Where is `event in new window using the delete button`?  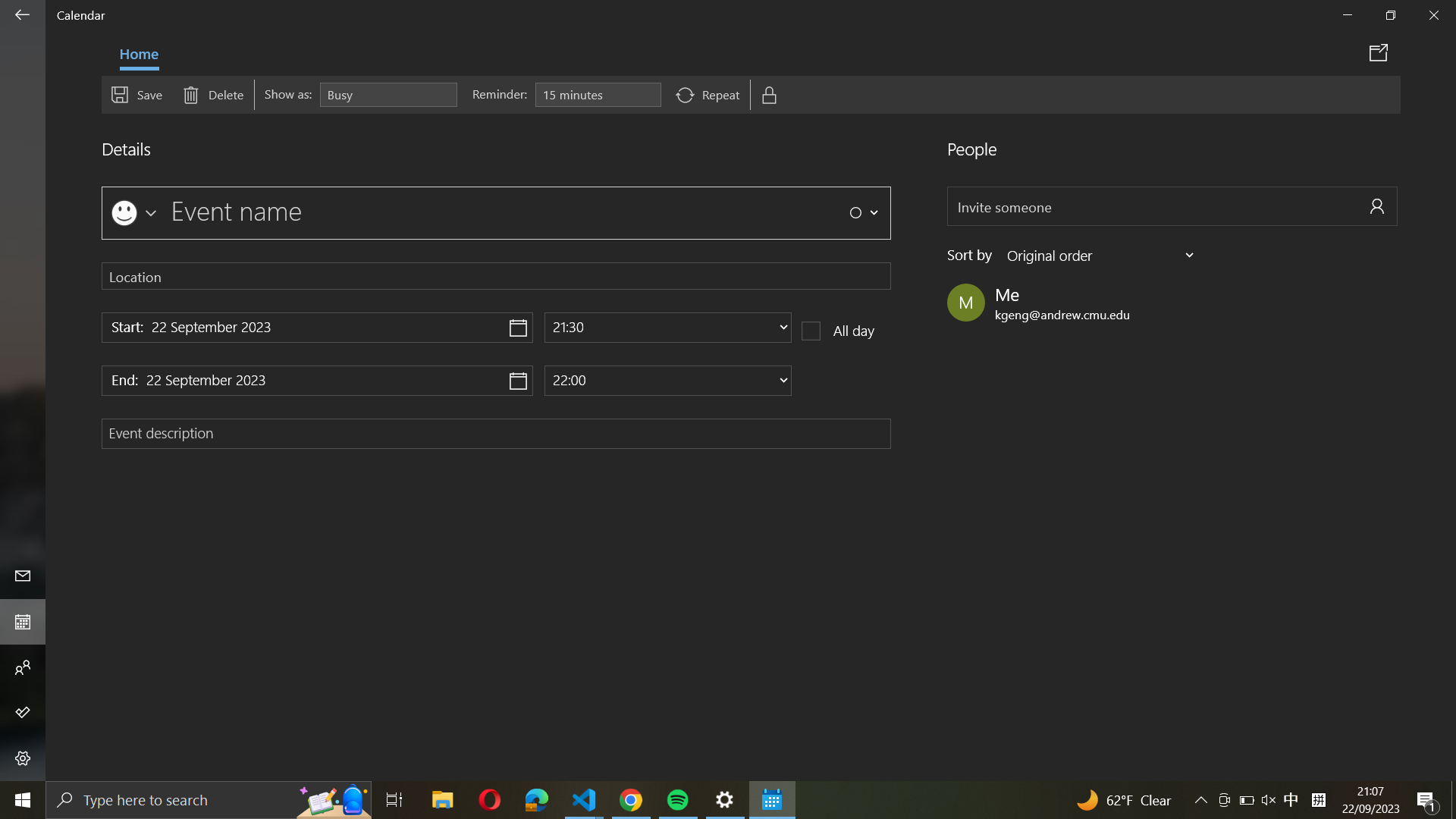 event in new window using the delete button is located at coordinates (1381, 52).